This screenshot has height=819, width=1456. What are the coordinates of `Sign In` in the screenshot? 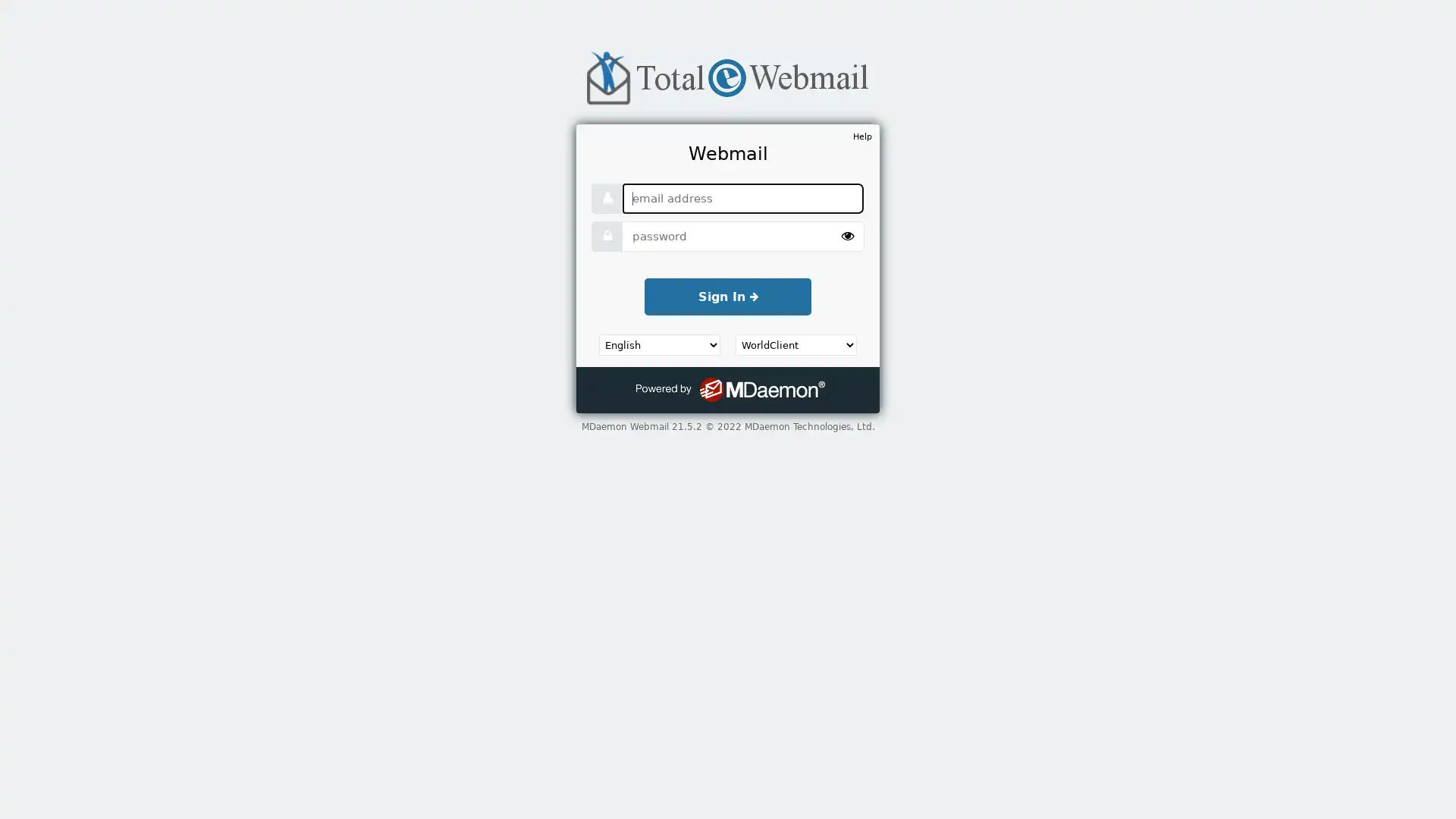 It's located at (728, 296).